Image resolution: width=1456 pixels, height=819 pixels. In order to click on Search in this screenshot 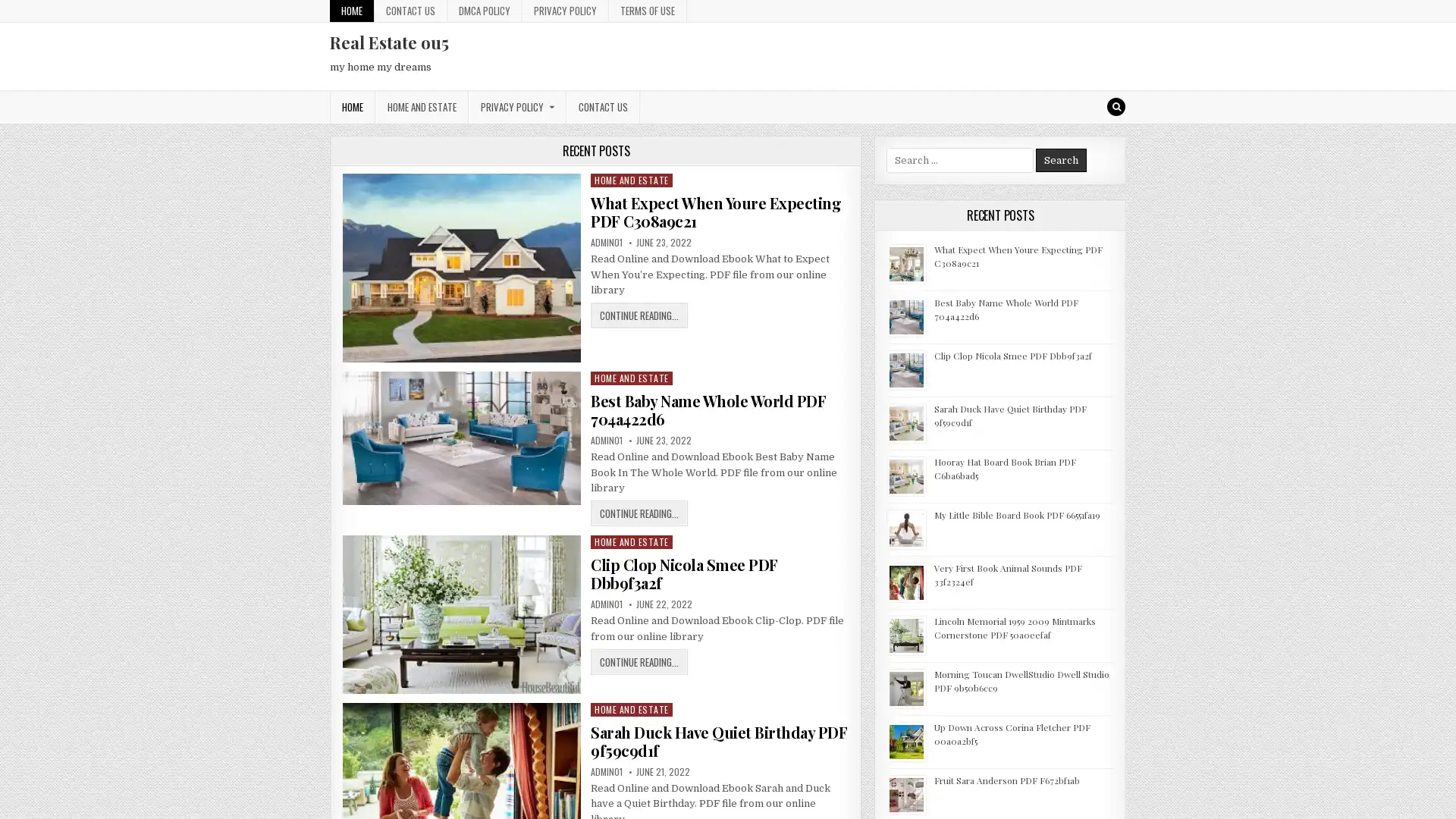, I will do `click(1060, 160)`.